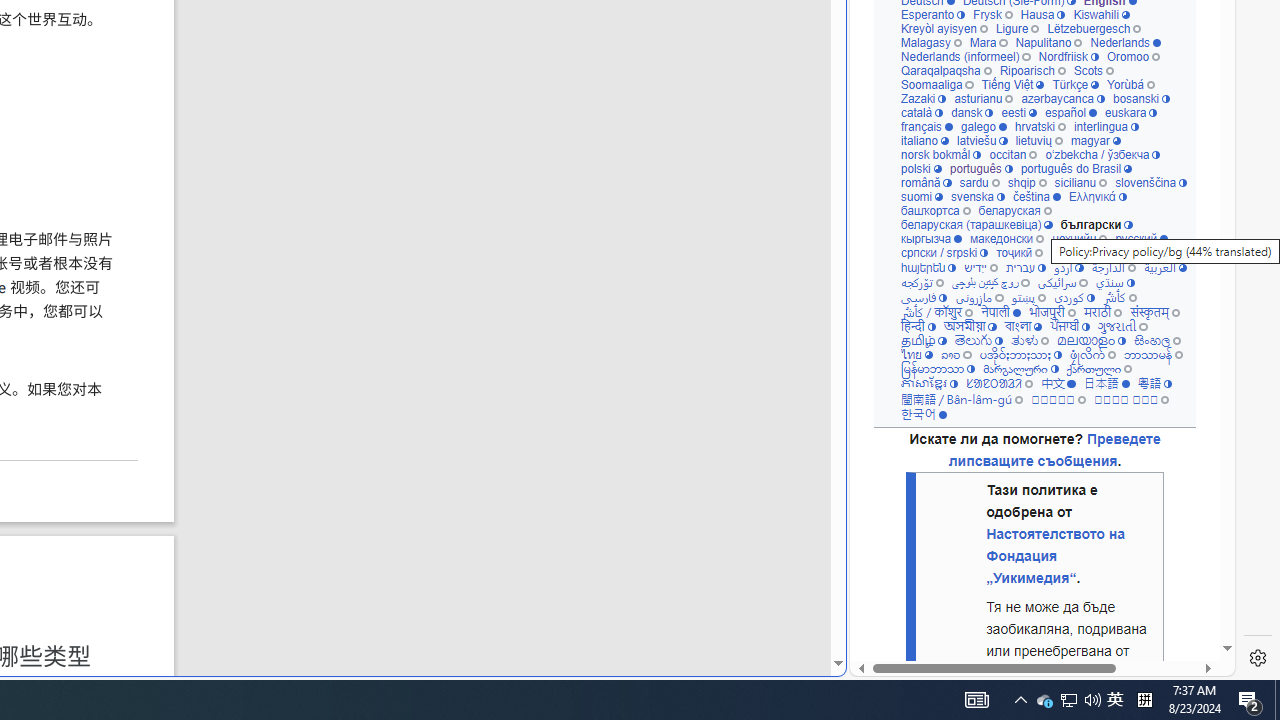 This screenshot has width=1280, height=720. I want to click on 'Nederlands (informeel)', so click(965, 55).